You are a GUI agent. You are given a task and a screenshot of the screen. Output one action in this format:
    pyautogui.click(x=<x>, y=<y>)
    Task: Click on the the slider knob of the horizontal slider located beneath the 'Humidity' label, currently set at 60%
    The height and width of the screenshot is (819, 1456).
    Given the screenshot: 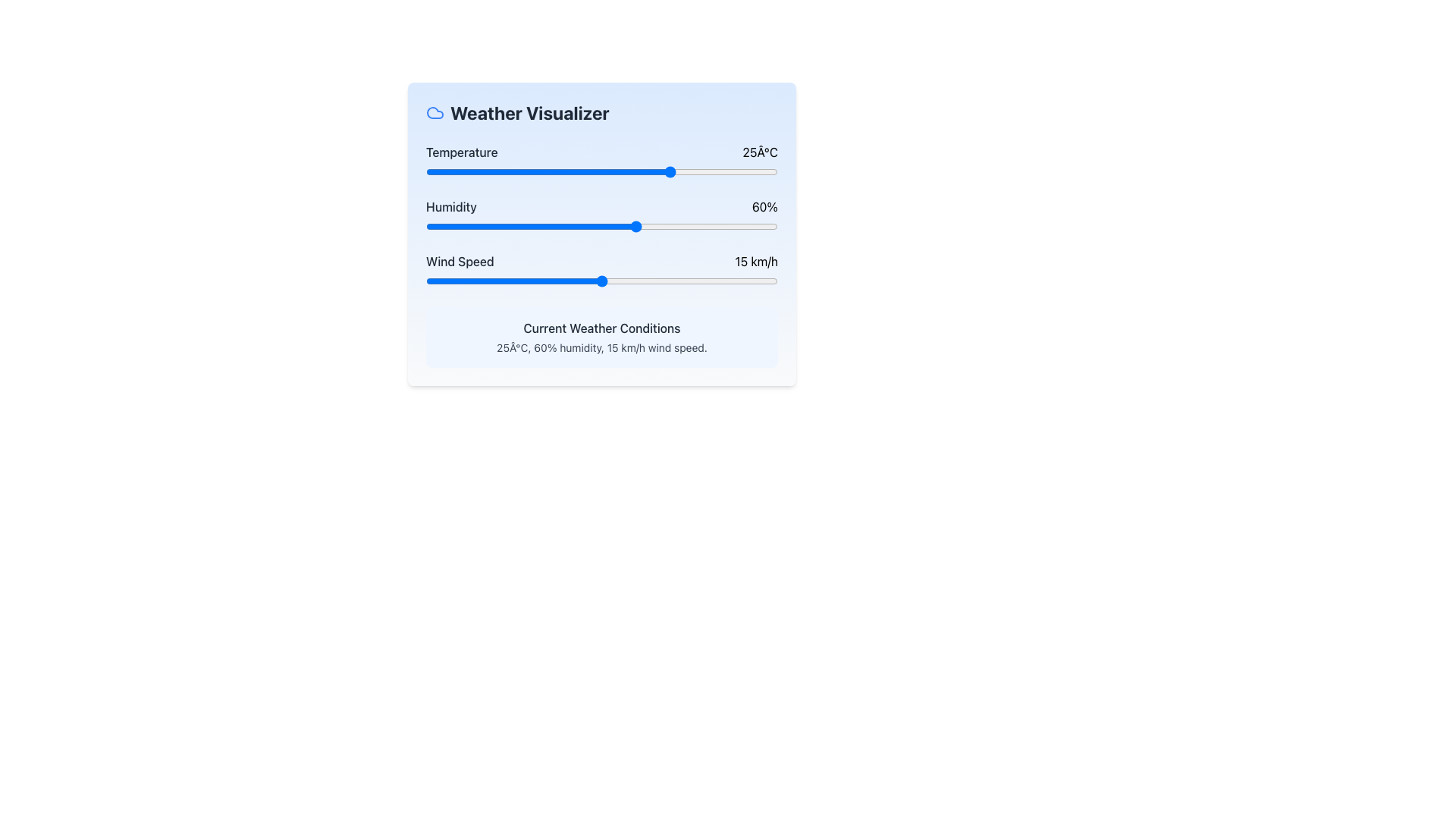 What is the action you would take?
    pyautogui.click(x=601, y=227)
    